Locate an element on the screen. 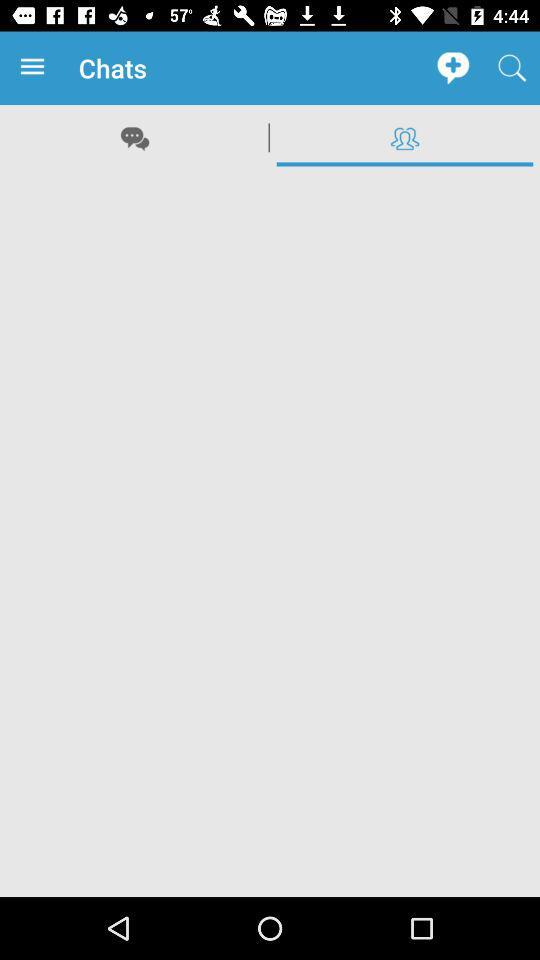  the item to the left of the chats item is located at coordinates (36, 68).